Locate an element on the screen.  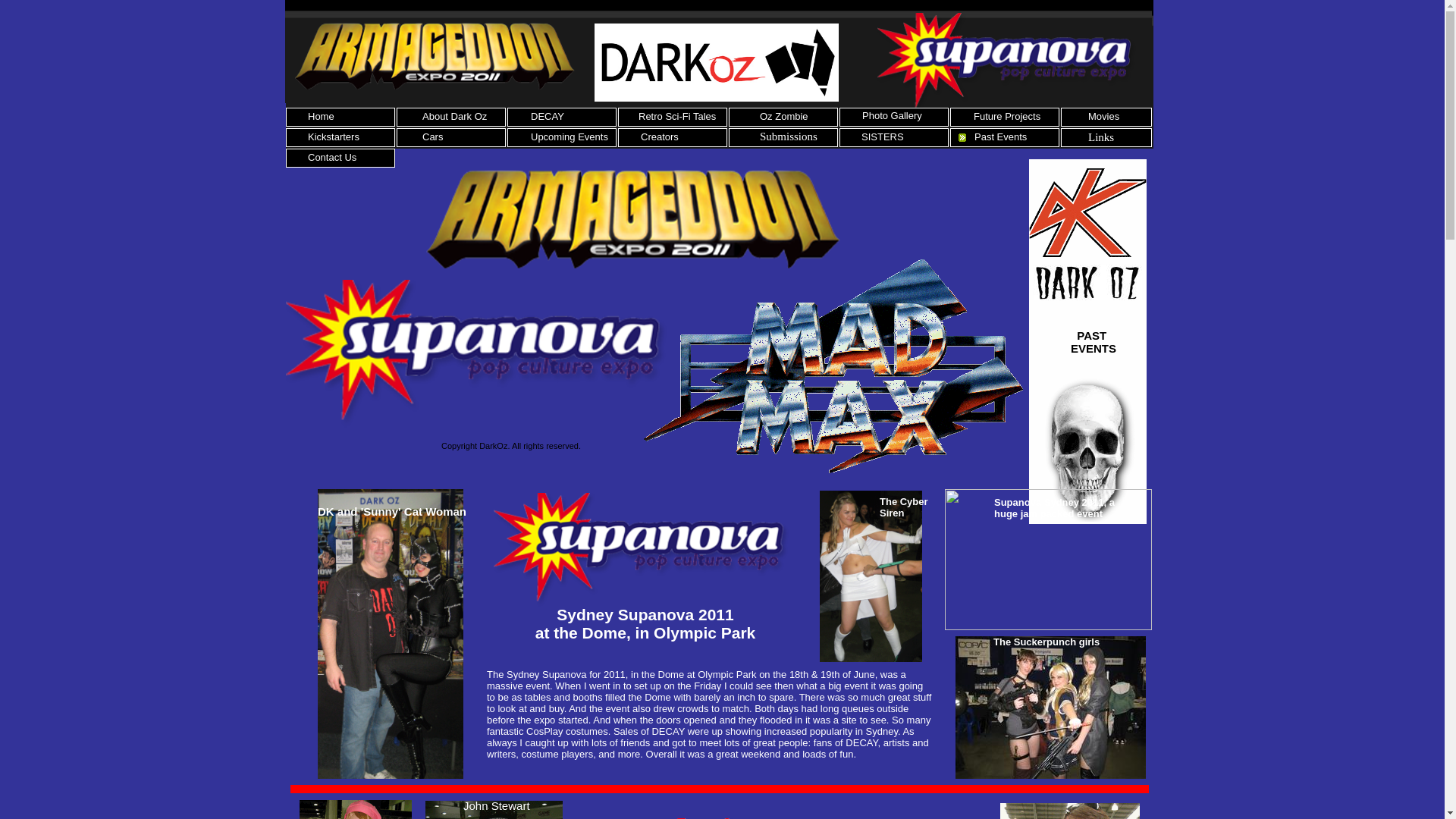
'Past Events' is located at coordinates (1000, 136).